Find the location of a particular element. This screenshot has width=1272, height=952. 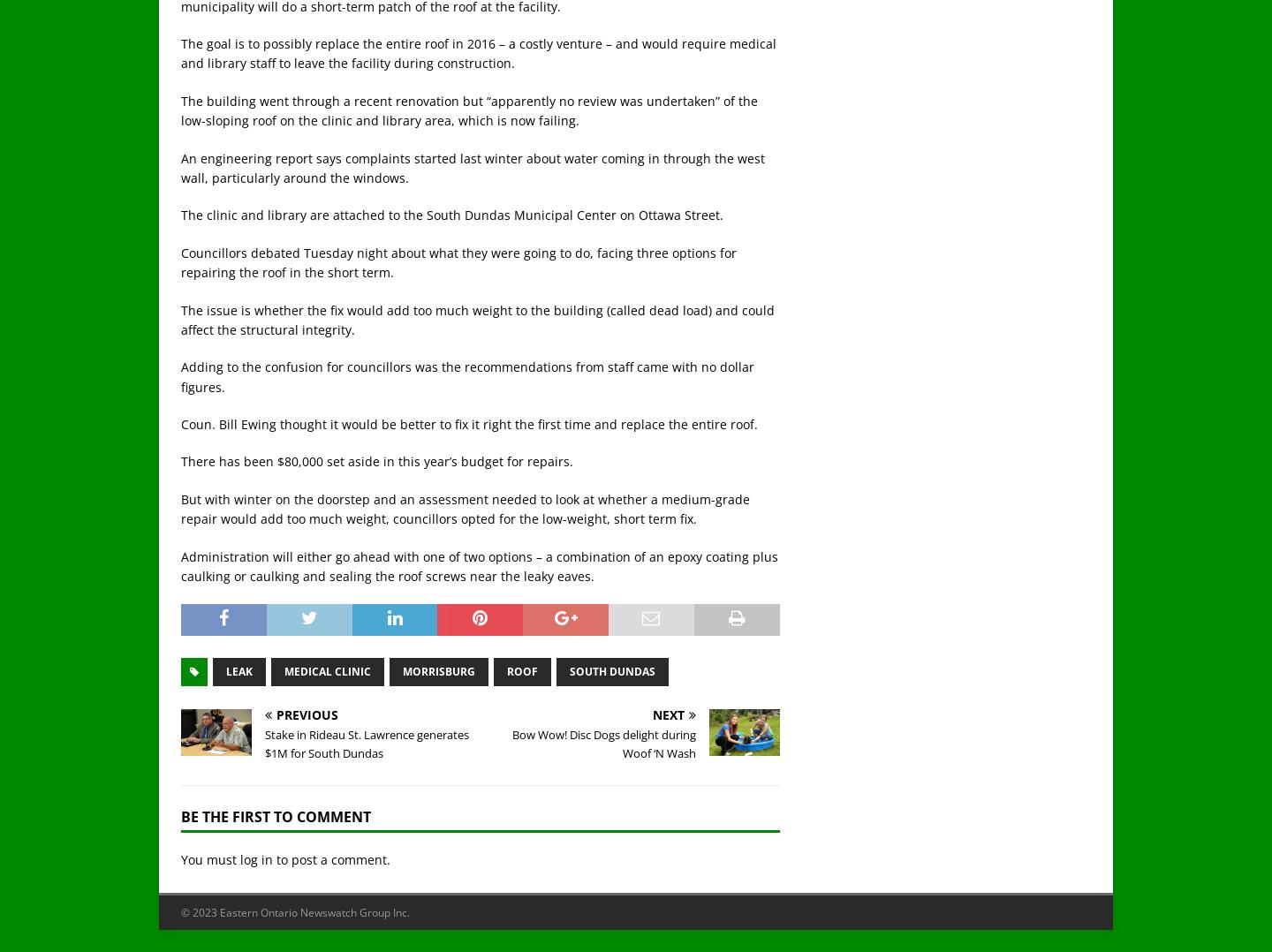

'Next' is located at coordinates (668, 714).